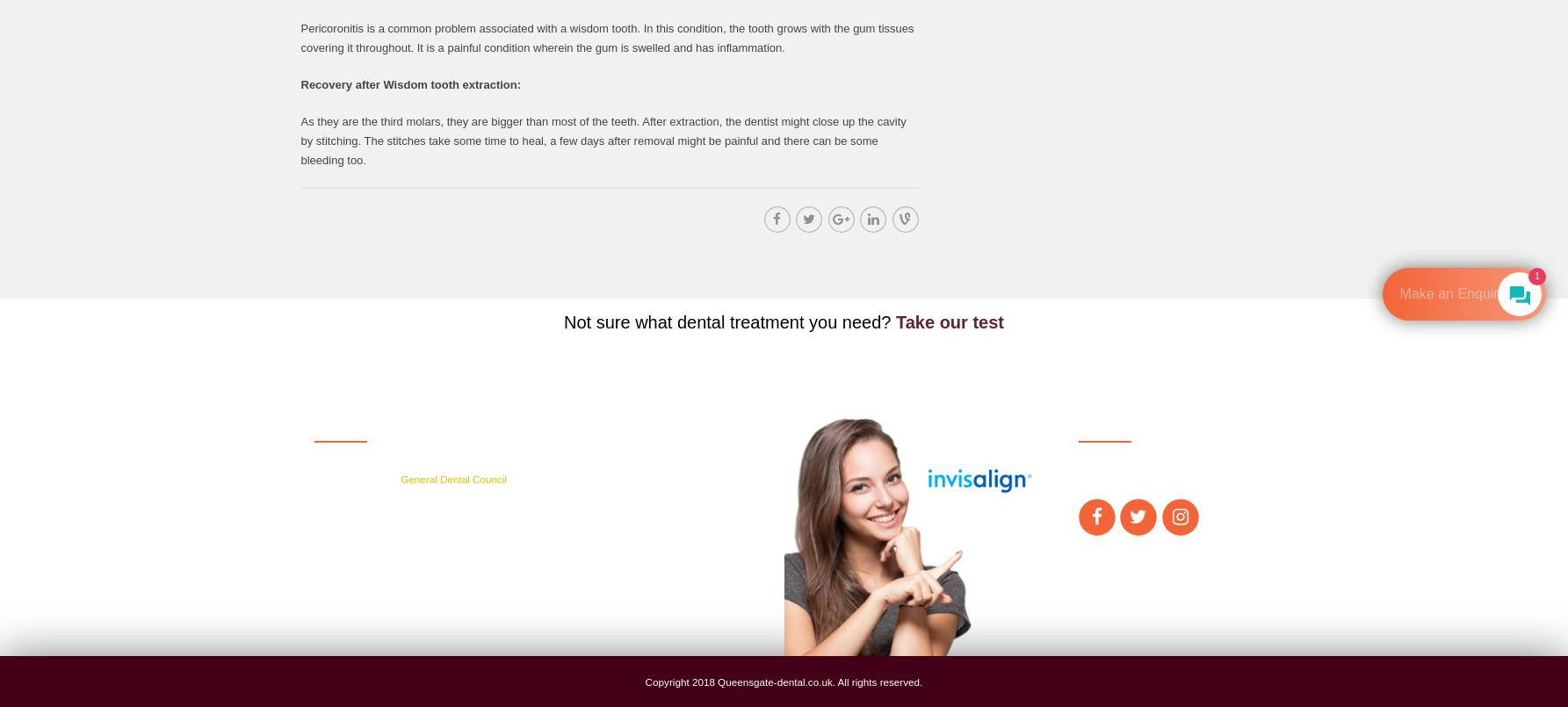  Describe the element at coordinates (362, 513) in the screenshot. I see `'ADDRESS'` at that location.